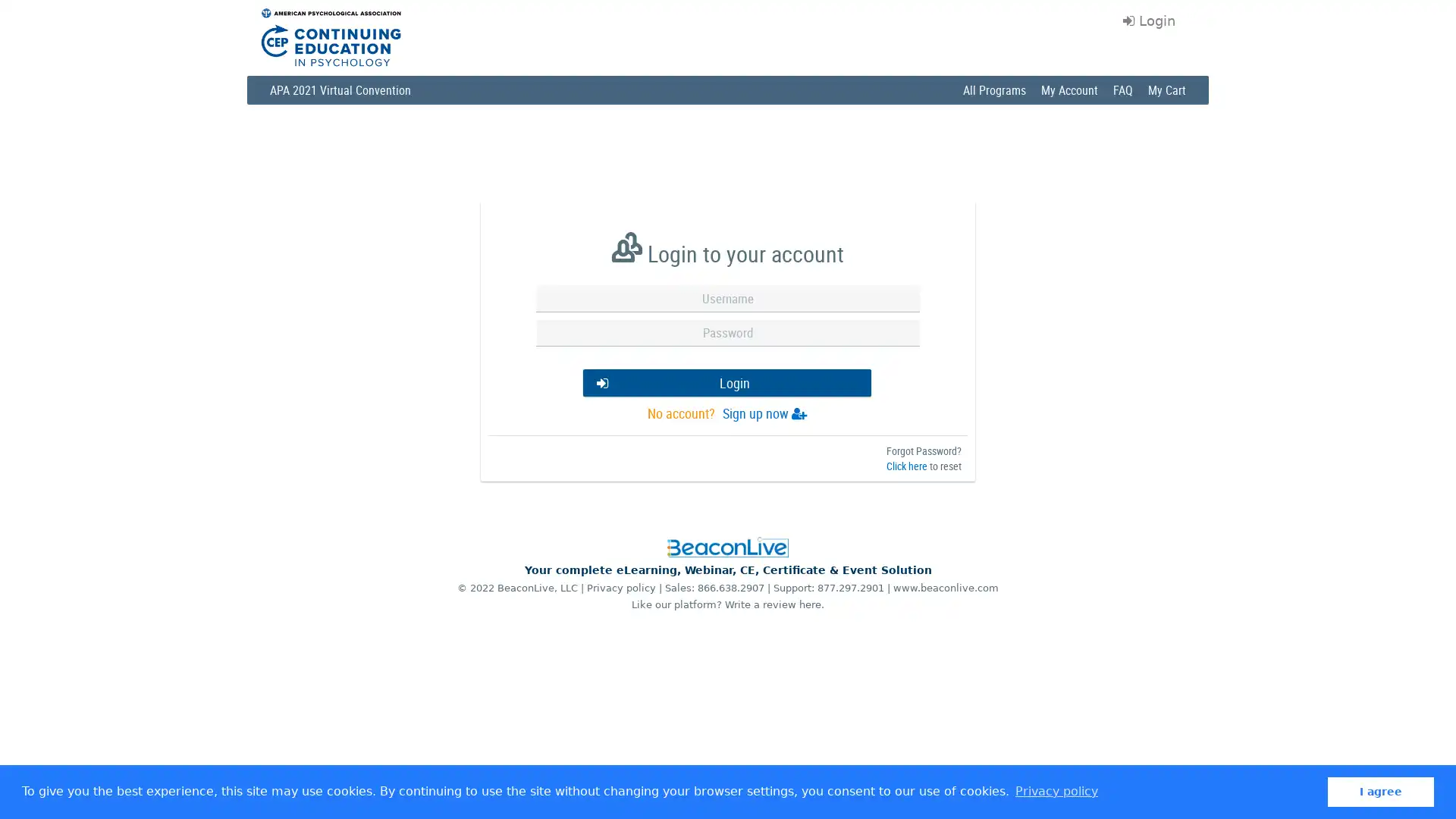 Image resolution: width=1456 pixels, height=819 pixels. What do you see at coordinates (1380, 791) in the screenshot?
I see `dismiss cookie message` at bounding box center [1380, 791].